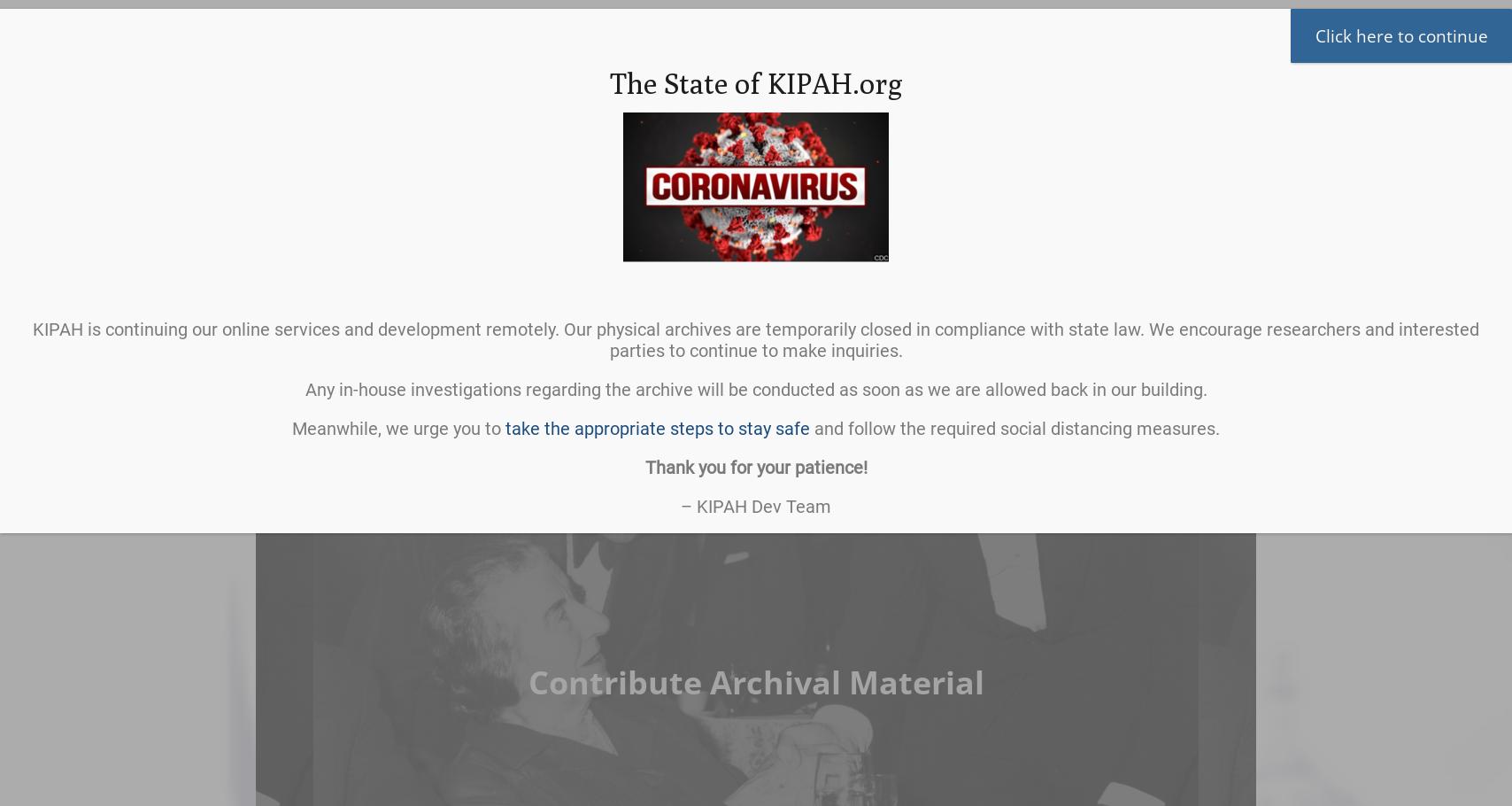 This screenshot has height=806, width=1512. Describe the element at coordinates (1154, 275) in the screenshot. I see `'Media'` at that location.